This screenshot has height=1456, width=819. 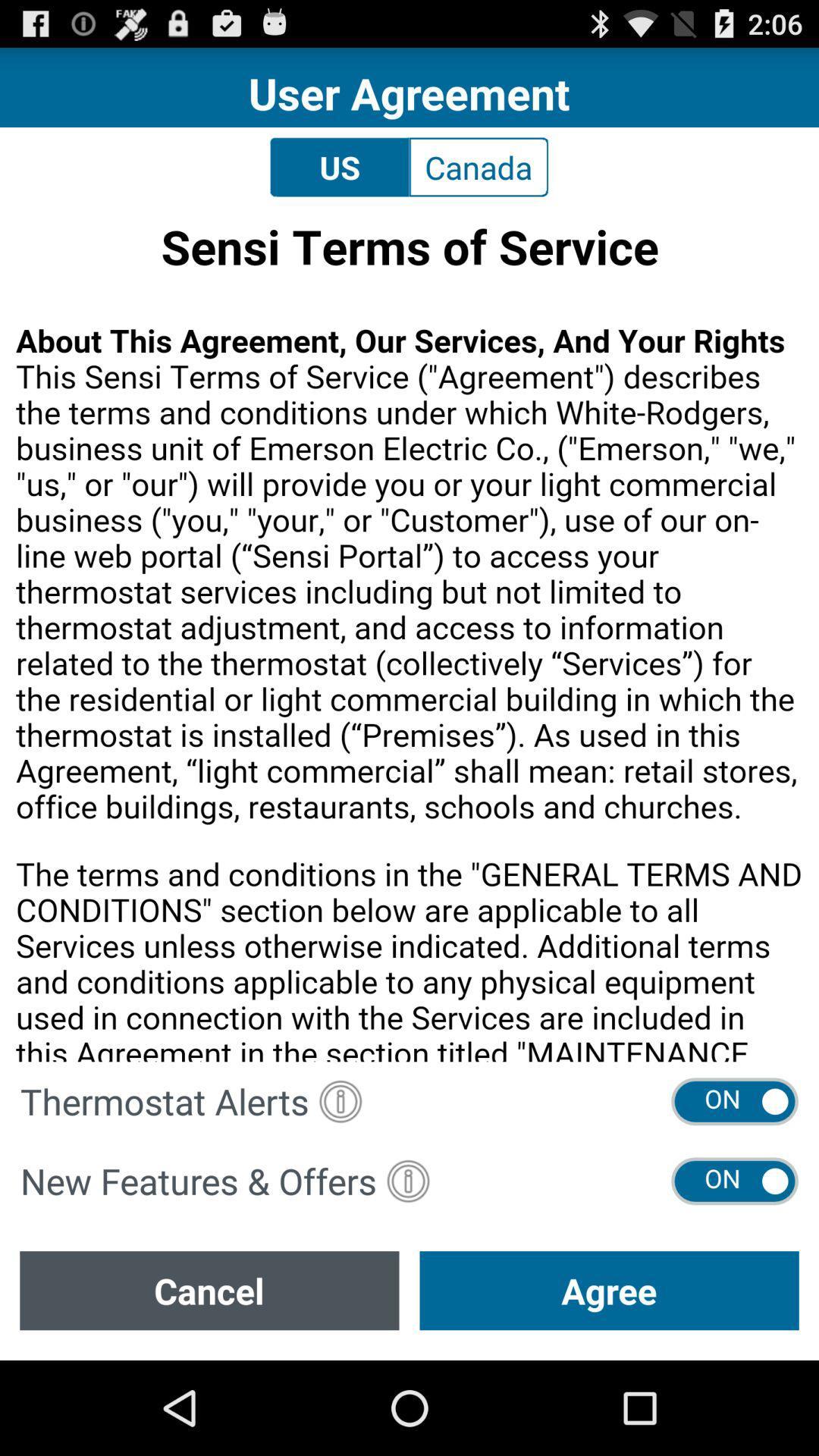 What do you see at coordinates (409, 634) in the screenshot?
I see `terms of service` at bounding box center [409, 634].